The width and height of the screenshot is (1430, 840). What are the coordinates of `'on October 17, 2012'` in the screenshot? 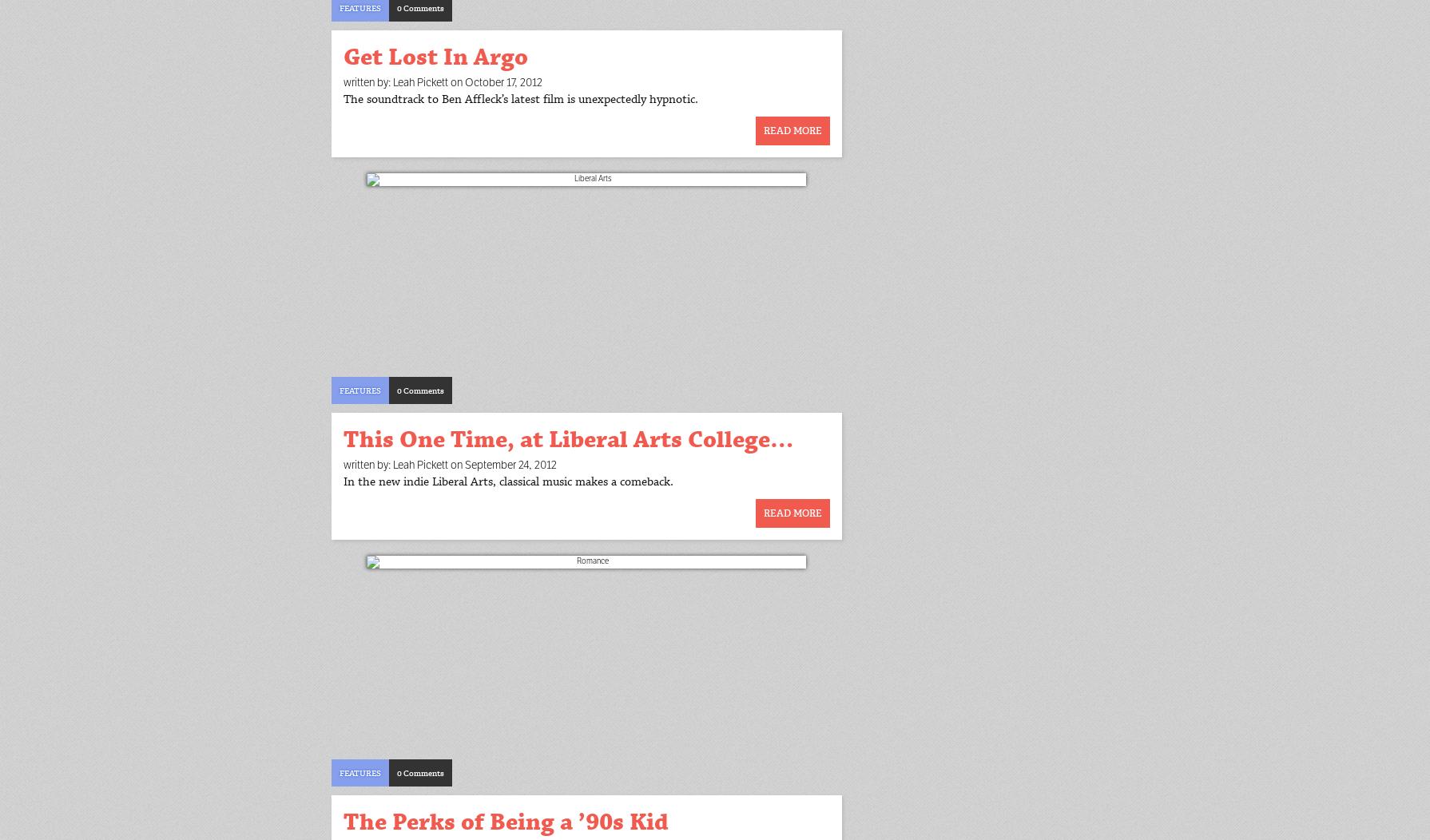 It's located at (495, 81).